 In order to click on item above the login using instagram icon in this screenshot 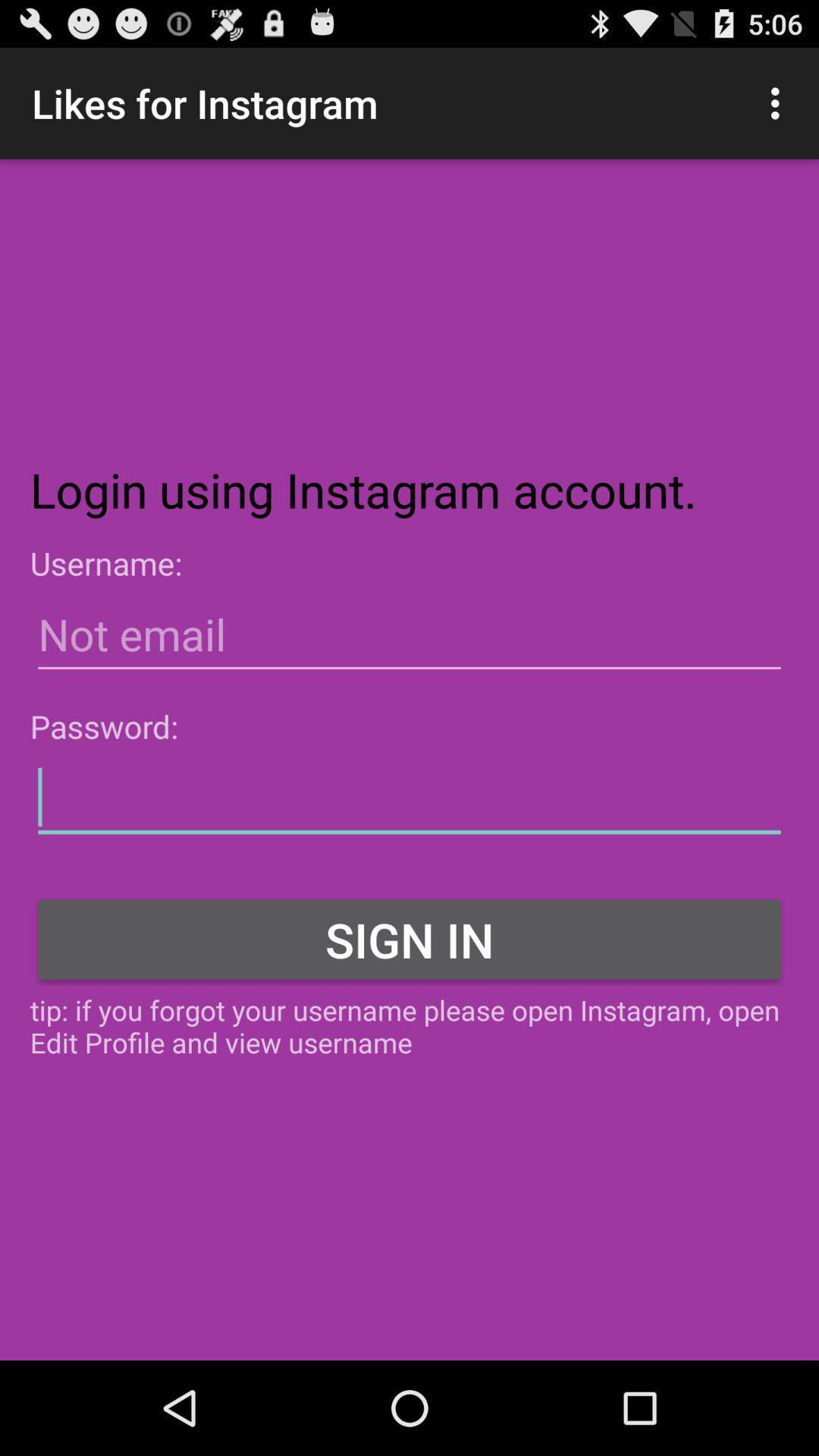, I will do `click(779, 102)`.